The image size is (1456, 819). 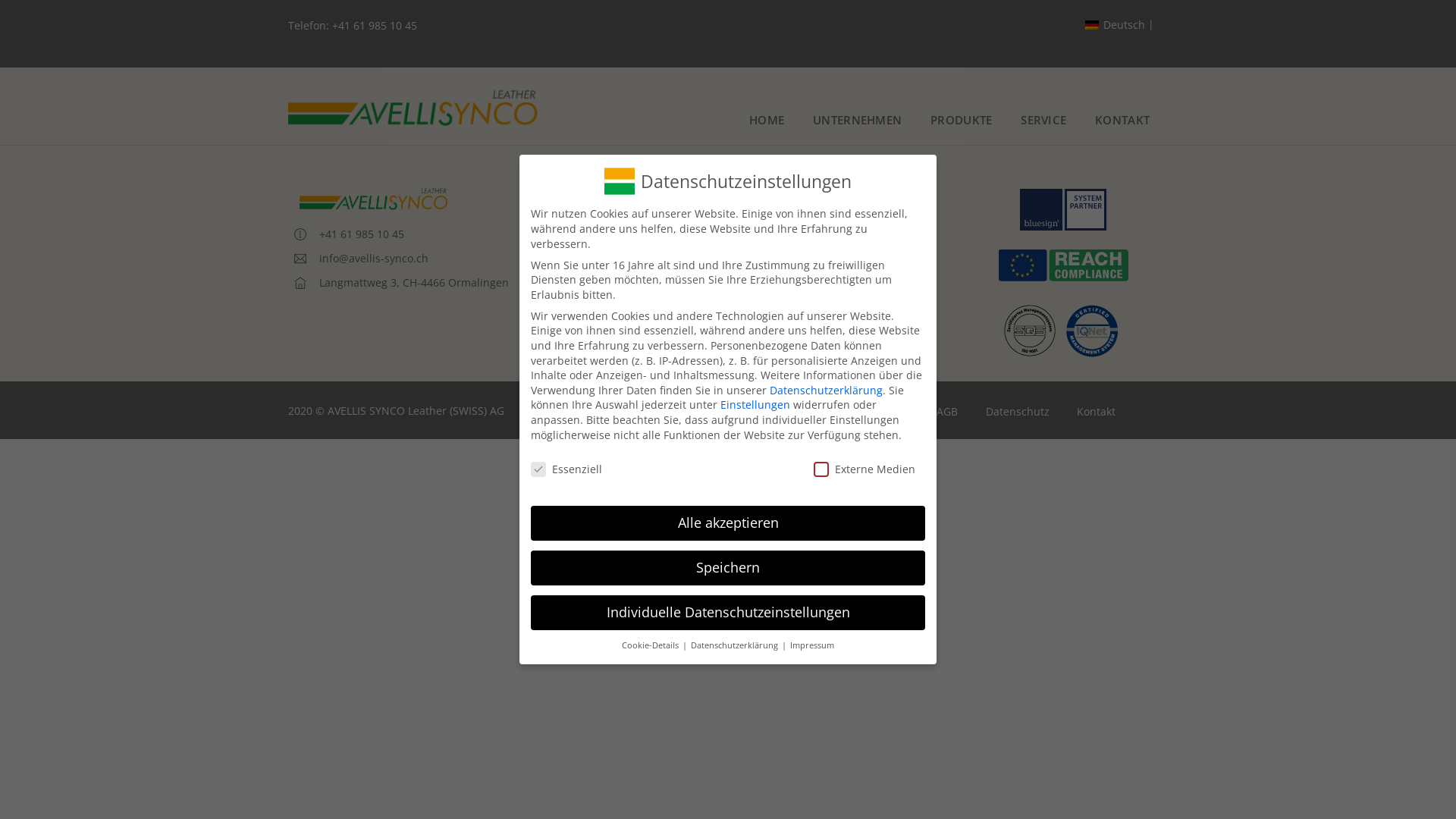 I want to click on 'Avellis Synco Leather Swiss', so click(x=287, y=107).